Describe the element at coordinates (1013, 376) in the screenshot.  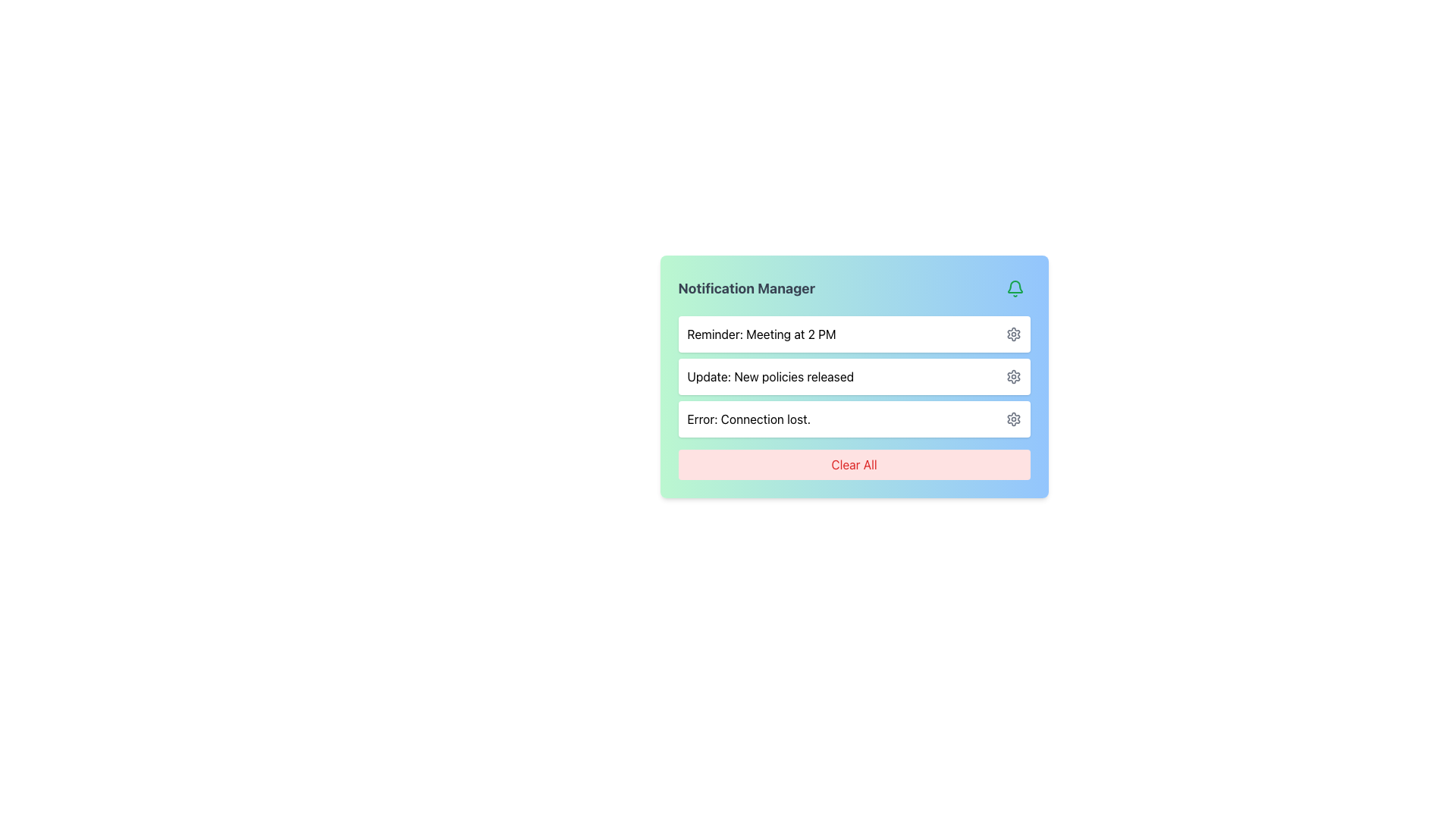
I see `the circular gear icon located adjacent to the text 'Update: New policies released' to interact with the associated settings or actions` at that location.